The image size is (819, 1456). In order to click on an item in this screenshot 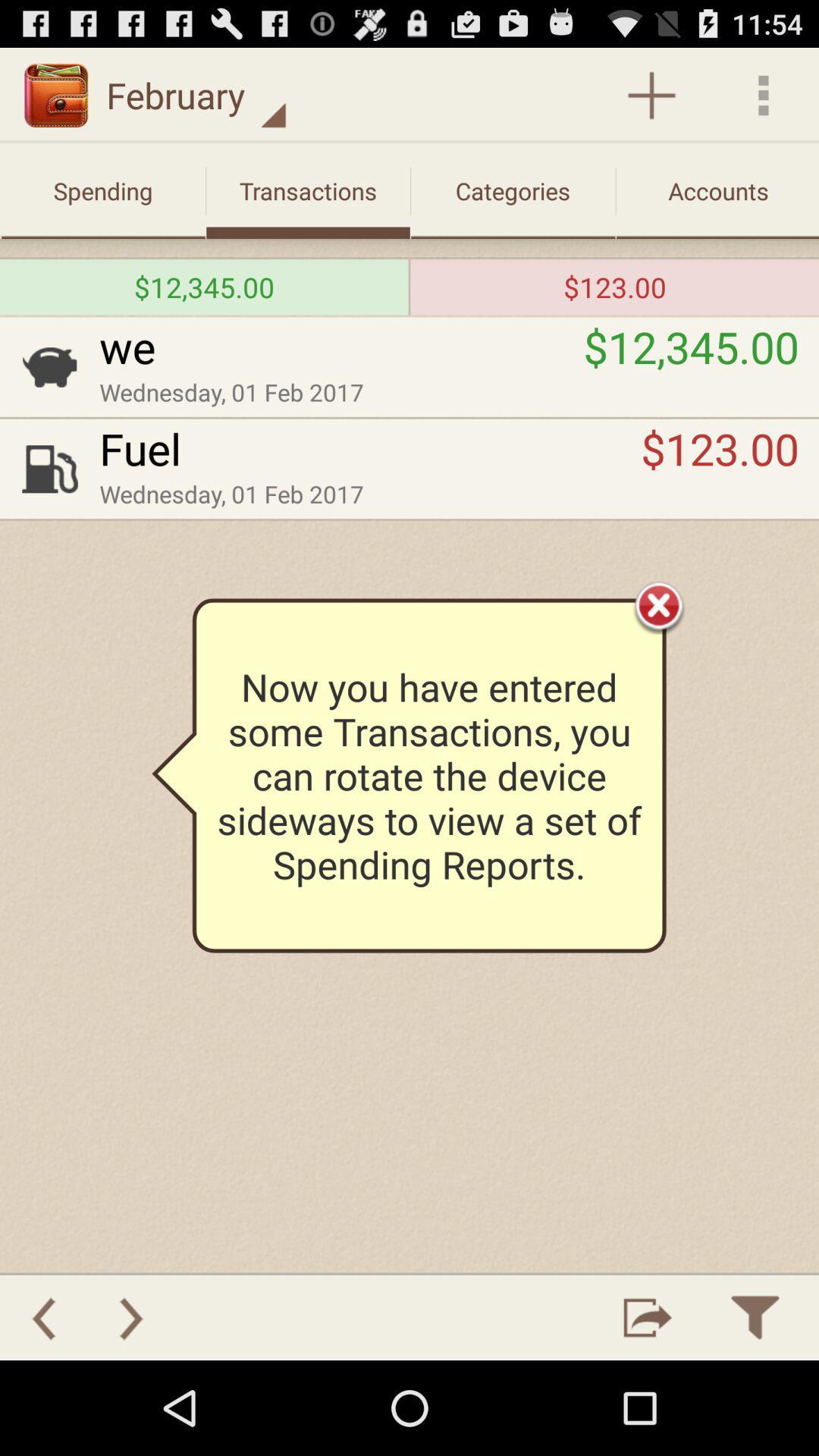, I will do `click(651, 94)`.